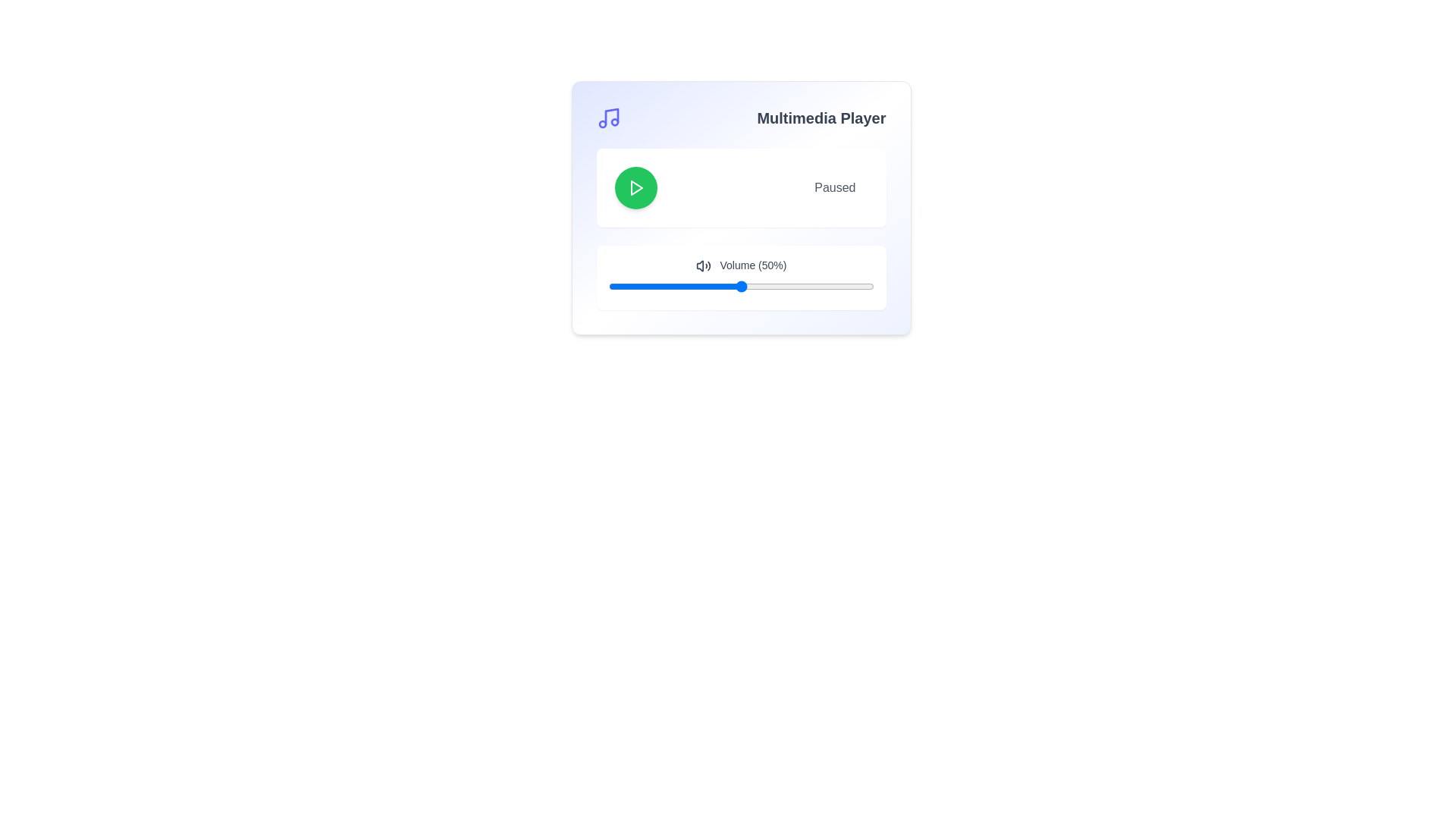  Describe the element at coordinates (843, 287) in the screenshot. I see `the volume slider` at that location.